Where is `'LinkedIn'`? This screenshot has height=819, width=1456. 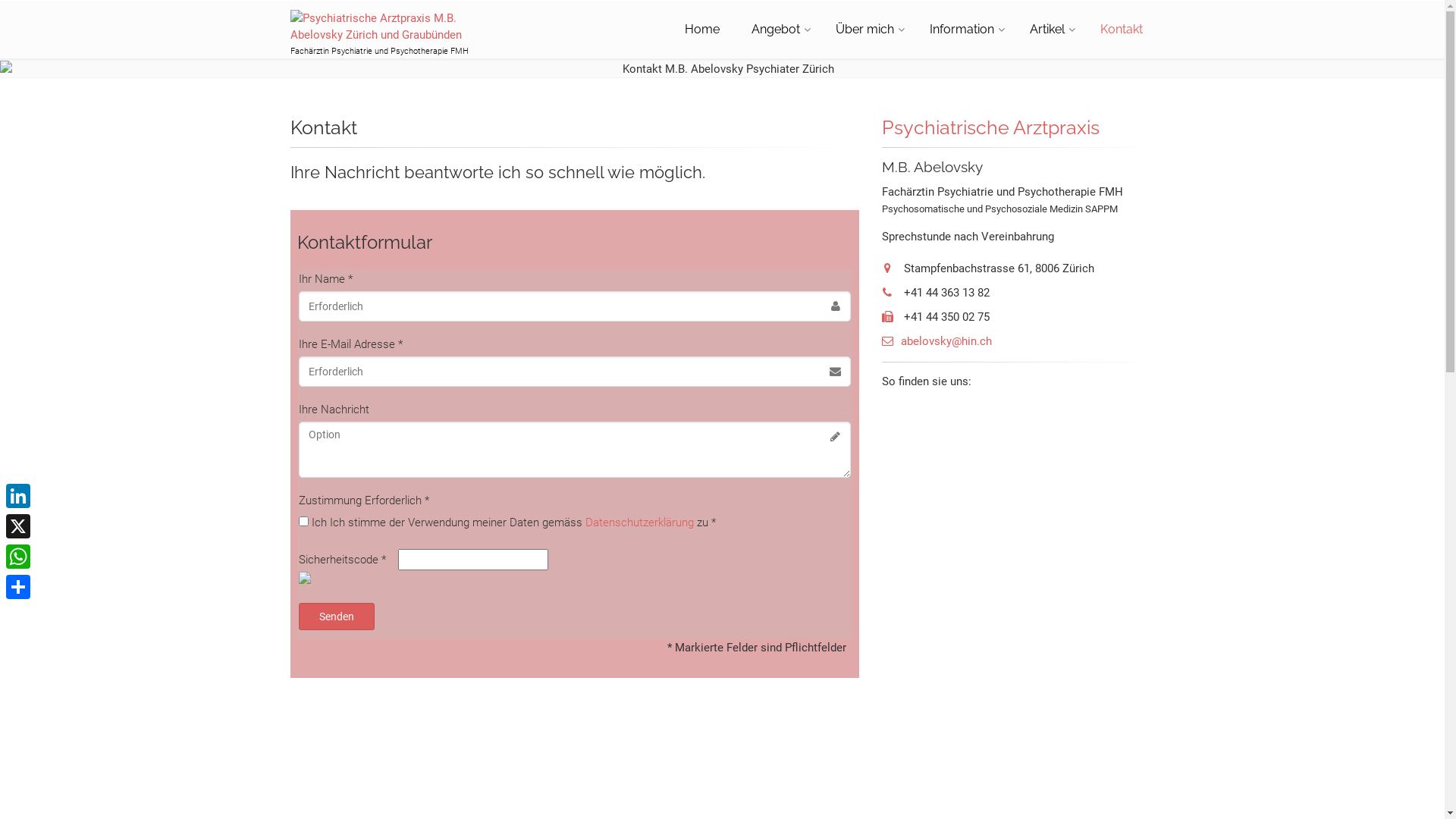 'LinkedIn' is located at coordinates (18, 496).